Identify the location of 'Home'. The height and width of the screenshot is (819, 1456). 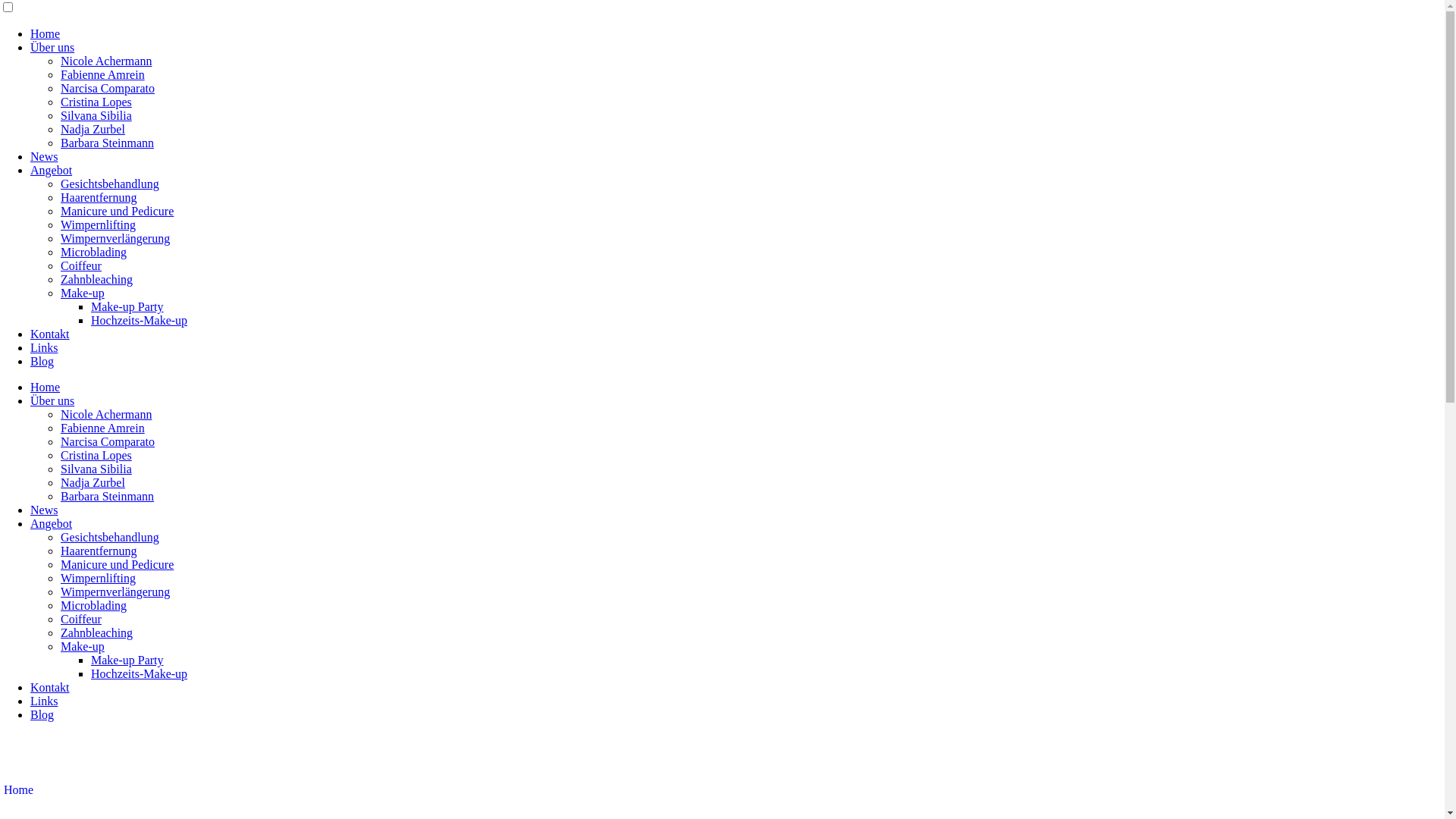
(30, 386).